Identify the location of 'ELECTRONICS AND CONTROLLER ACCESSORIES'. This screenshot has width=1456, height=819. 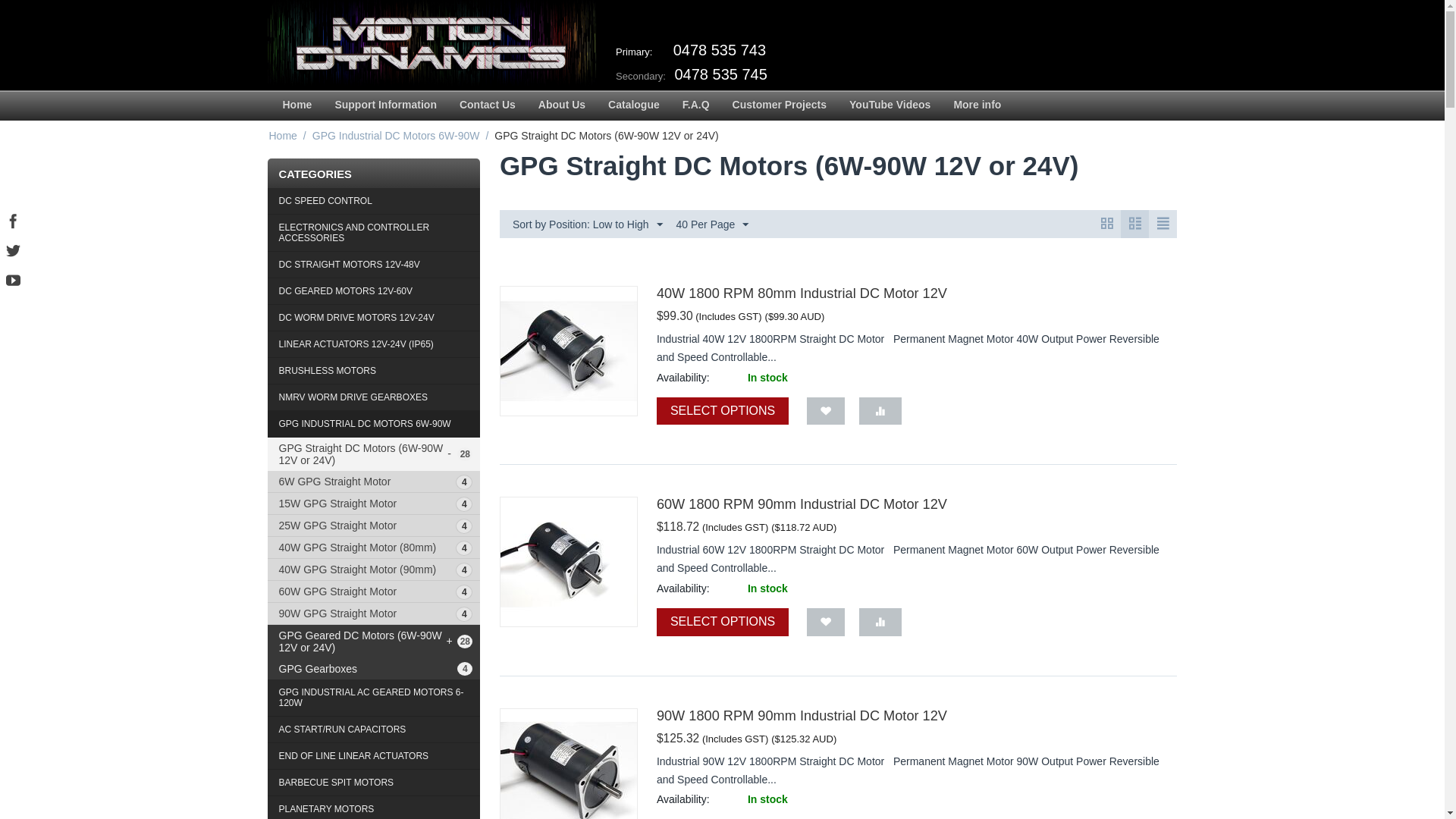
(373, 233).